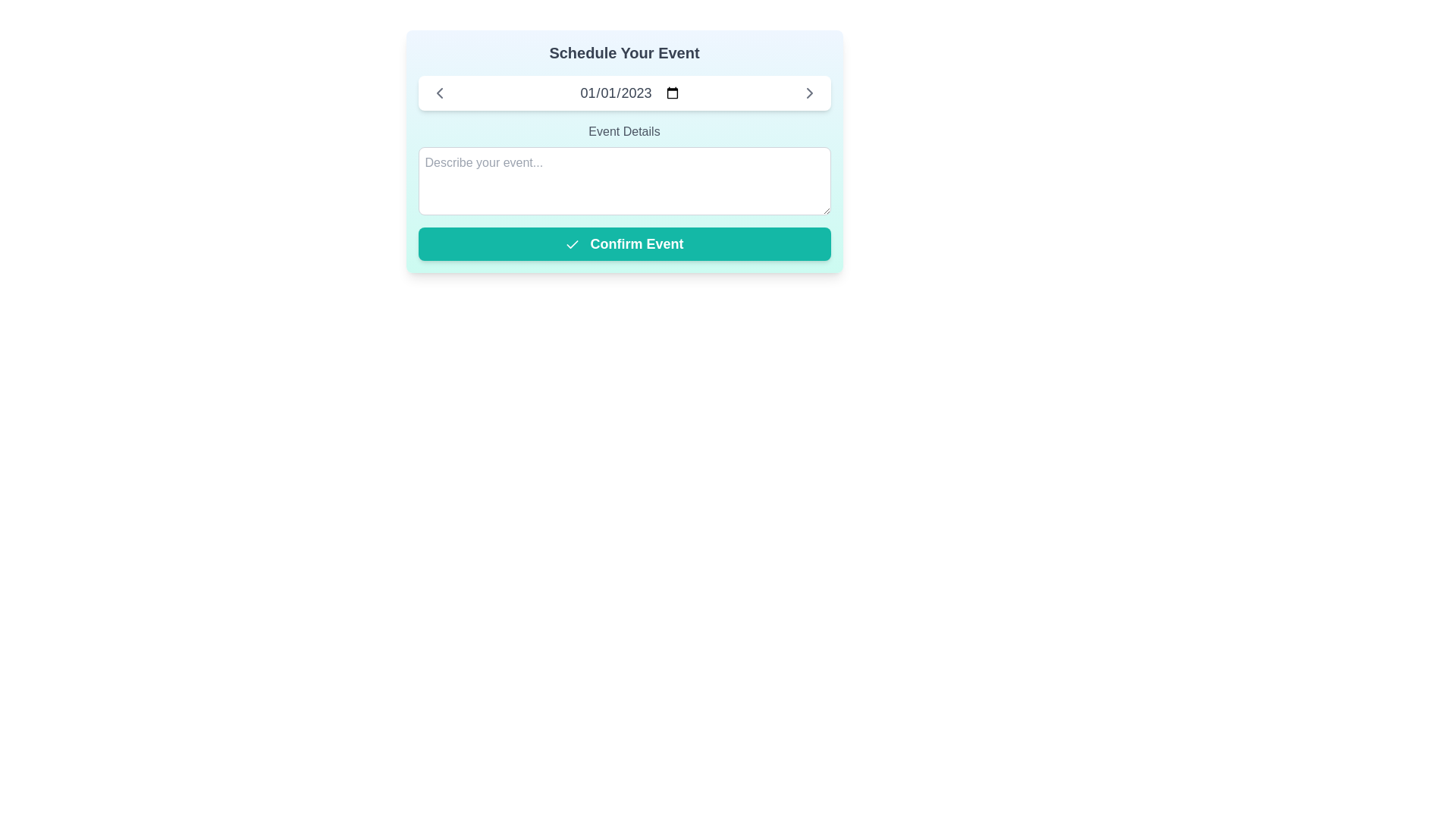  I want to click on the teal-colored 'Confirm Event' button with white bold text and a check icon to confirm the event, so click(624, 243).